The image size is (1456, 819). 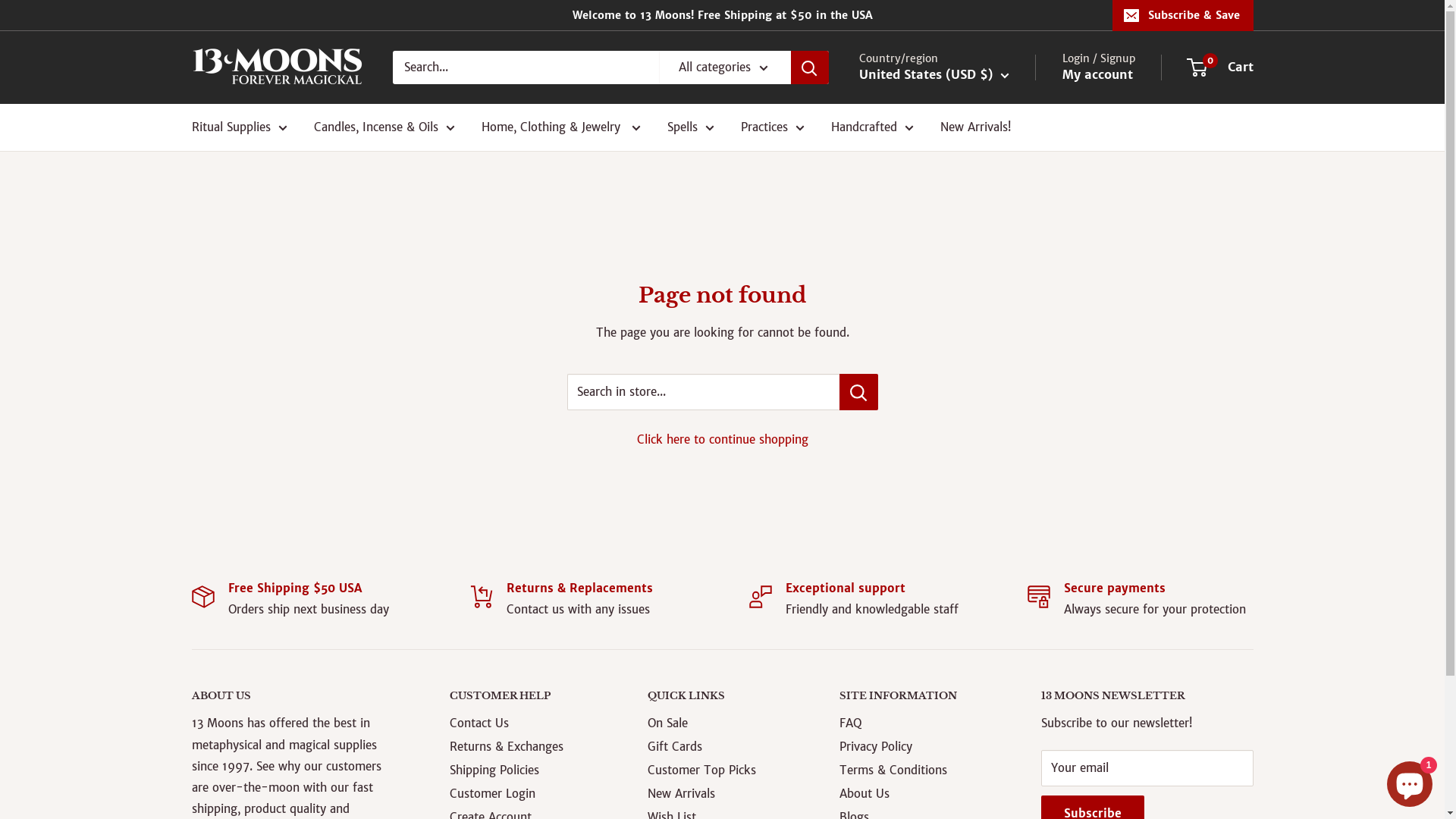 I want to click on 'AT', so click(x=920, y=124).